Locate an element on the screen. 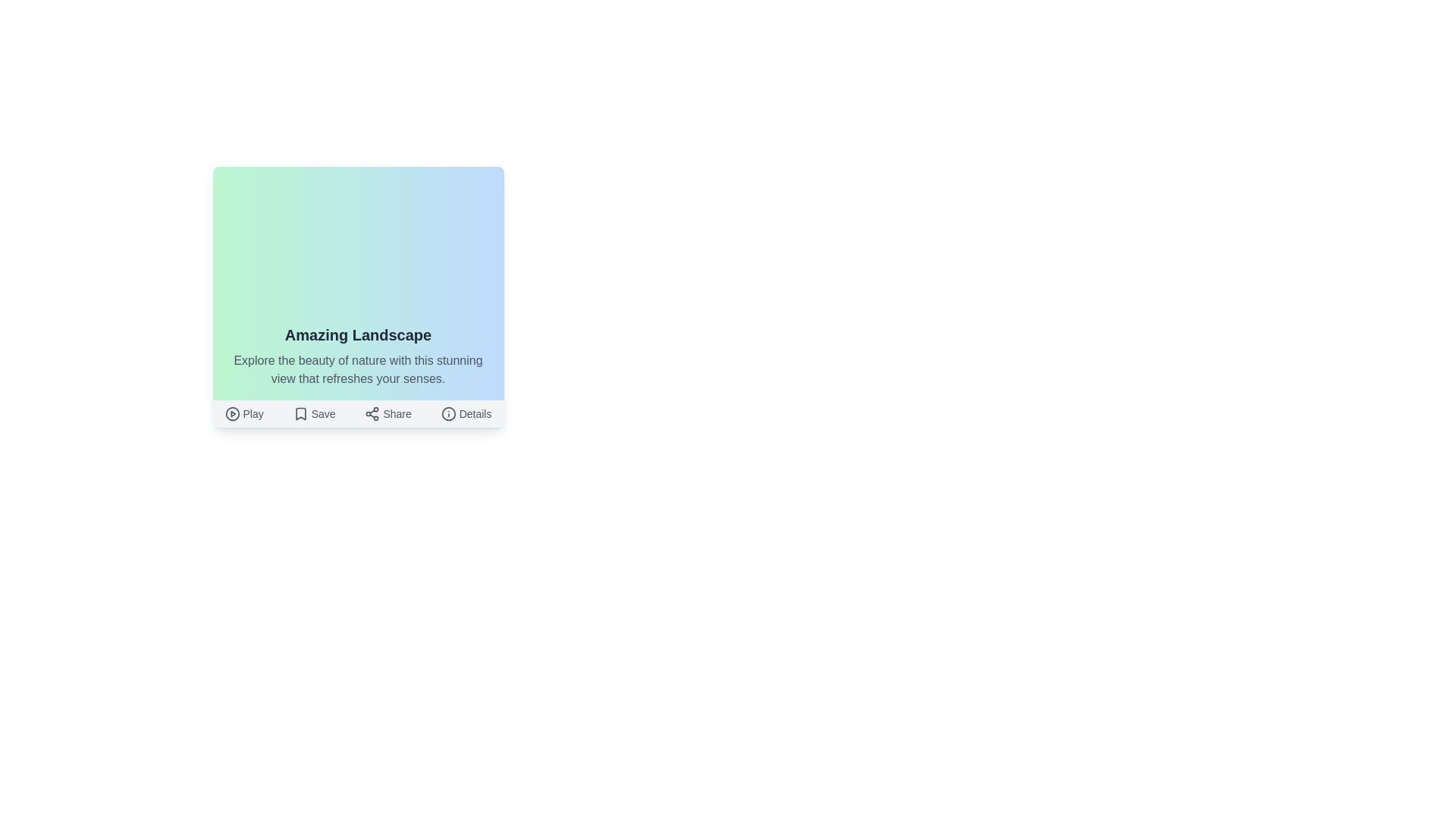 The image size is (1456, 819). the informational icon located at the bottom-right of the 'Details' button within the 'Amazing Landscape' card is located at coordinates (447, 414).